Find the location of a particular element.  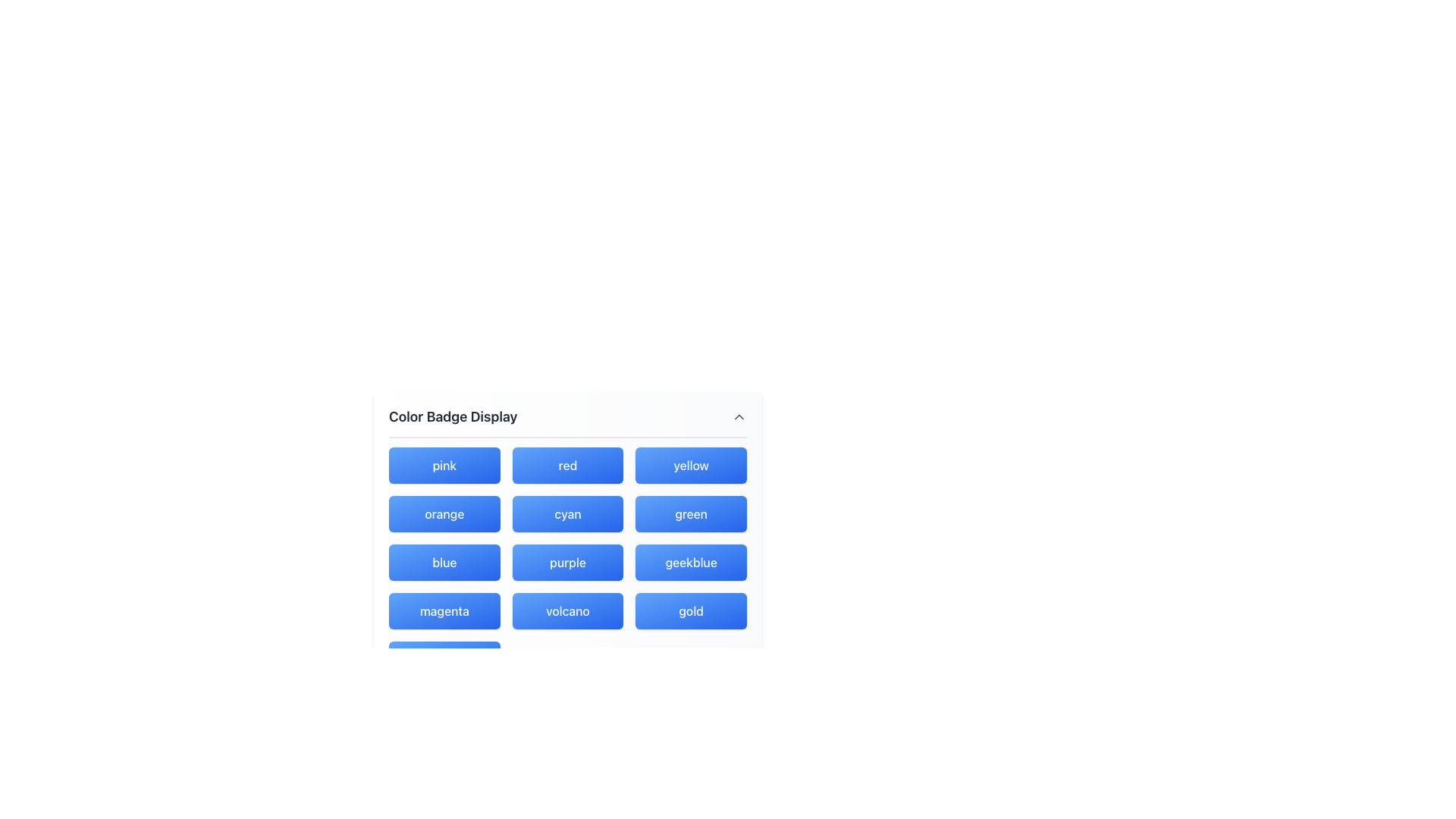

the color display button located in the third row and third column of the grid, which serves as a visual indicator for the labeled color is located at coordinates (690, 562).